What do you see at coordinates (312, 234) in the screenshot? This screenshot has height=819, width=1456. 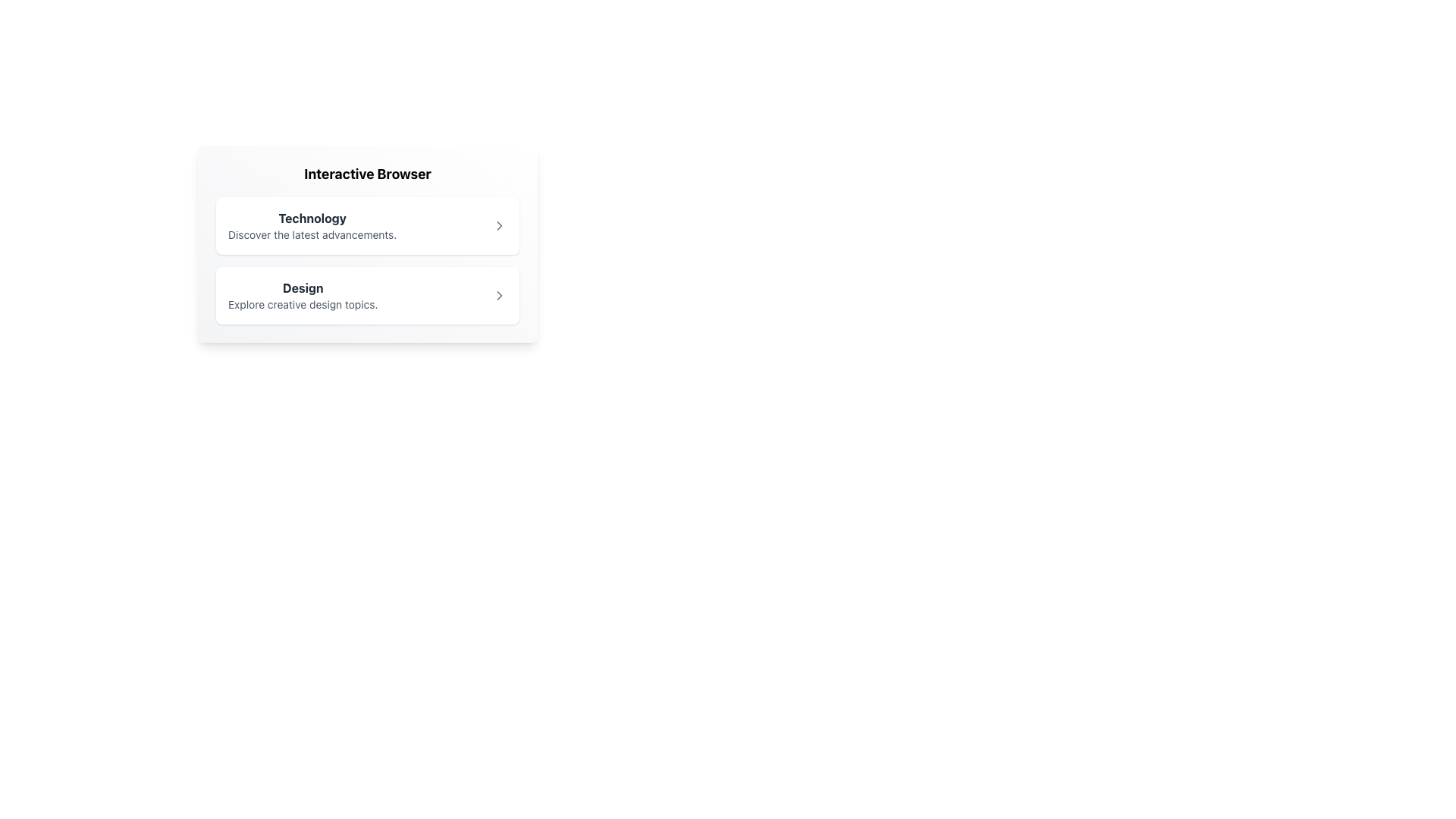 I see `the text snippet reading 'Discover the latest advancements.' located below the bold 'Technology' heading within a bordered rectangular section` at bounding box center [312, 234].